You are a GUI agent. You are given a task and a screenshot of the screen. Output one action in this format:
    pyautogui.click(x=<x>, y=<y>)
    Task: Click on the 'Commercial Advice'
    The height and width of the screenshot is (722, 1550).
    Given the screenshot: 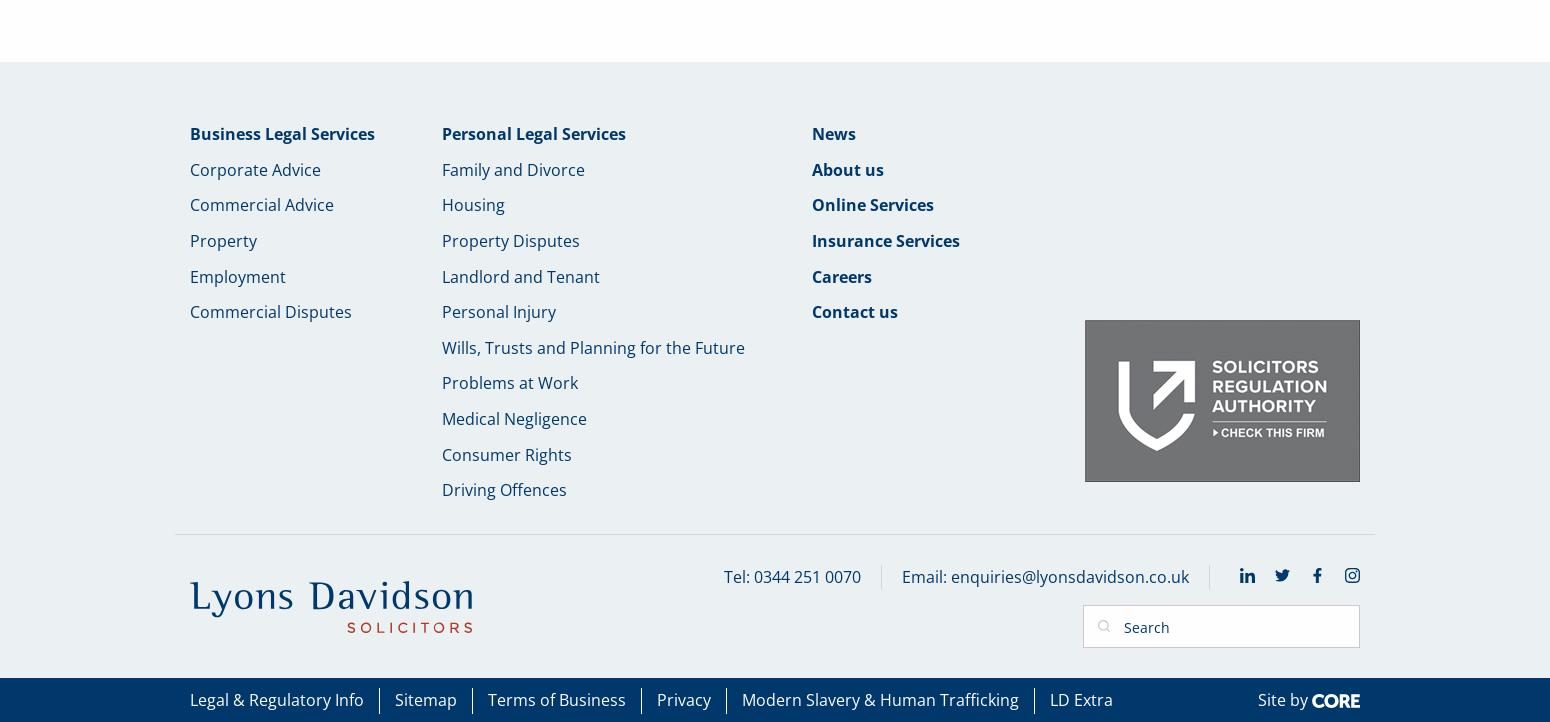 What is the action you would take?
    pyautogui.click(x=261, y=203)
    